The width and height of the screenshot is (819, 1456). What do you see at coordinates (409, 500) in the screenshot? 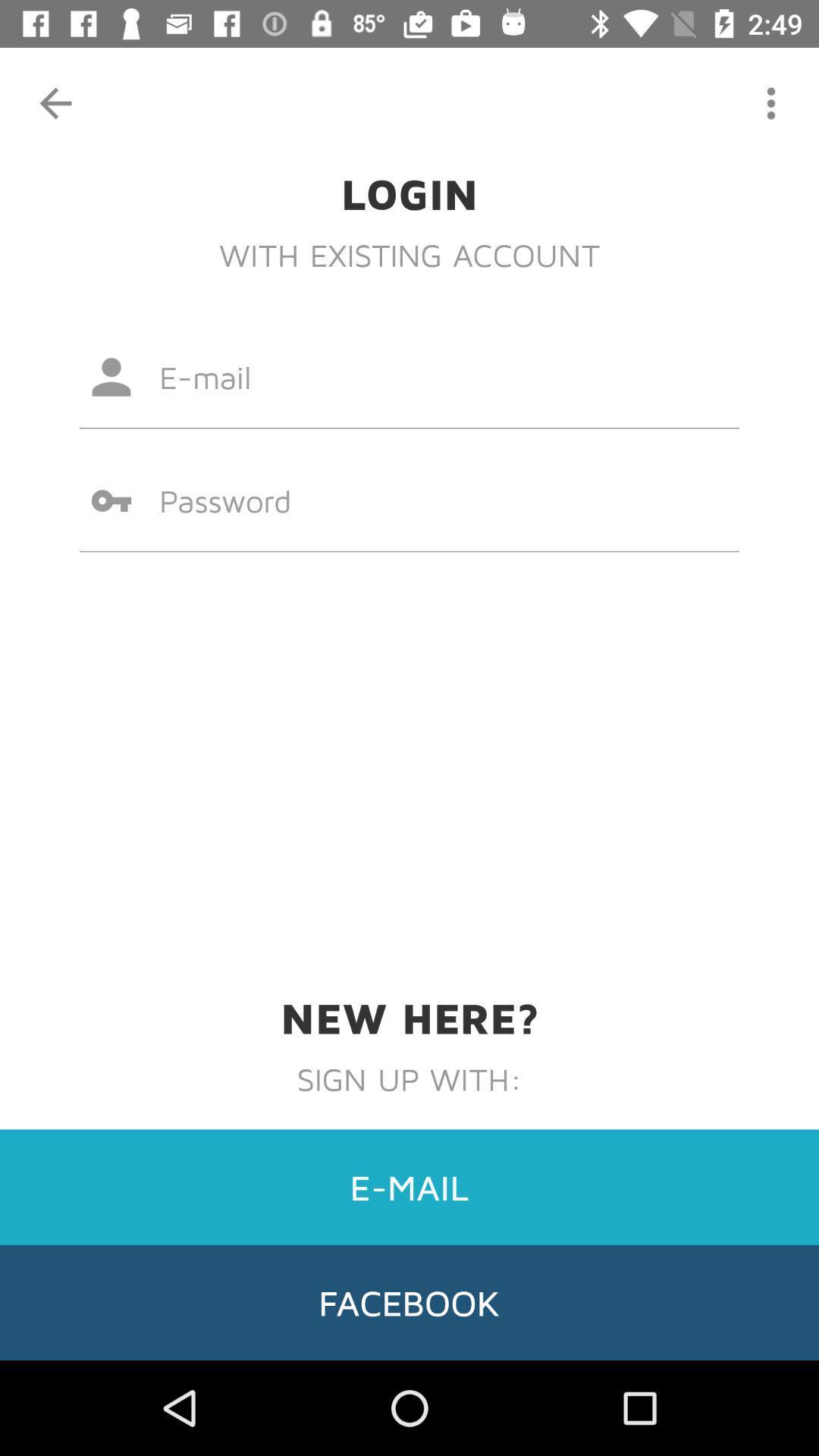
I see `login password` at bounding box center [409, 500].